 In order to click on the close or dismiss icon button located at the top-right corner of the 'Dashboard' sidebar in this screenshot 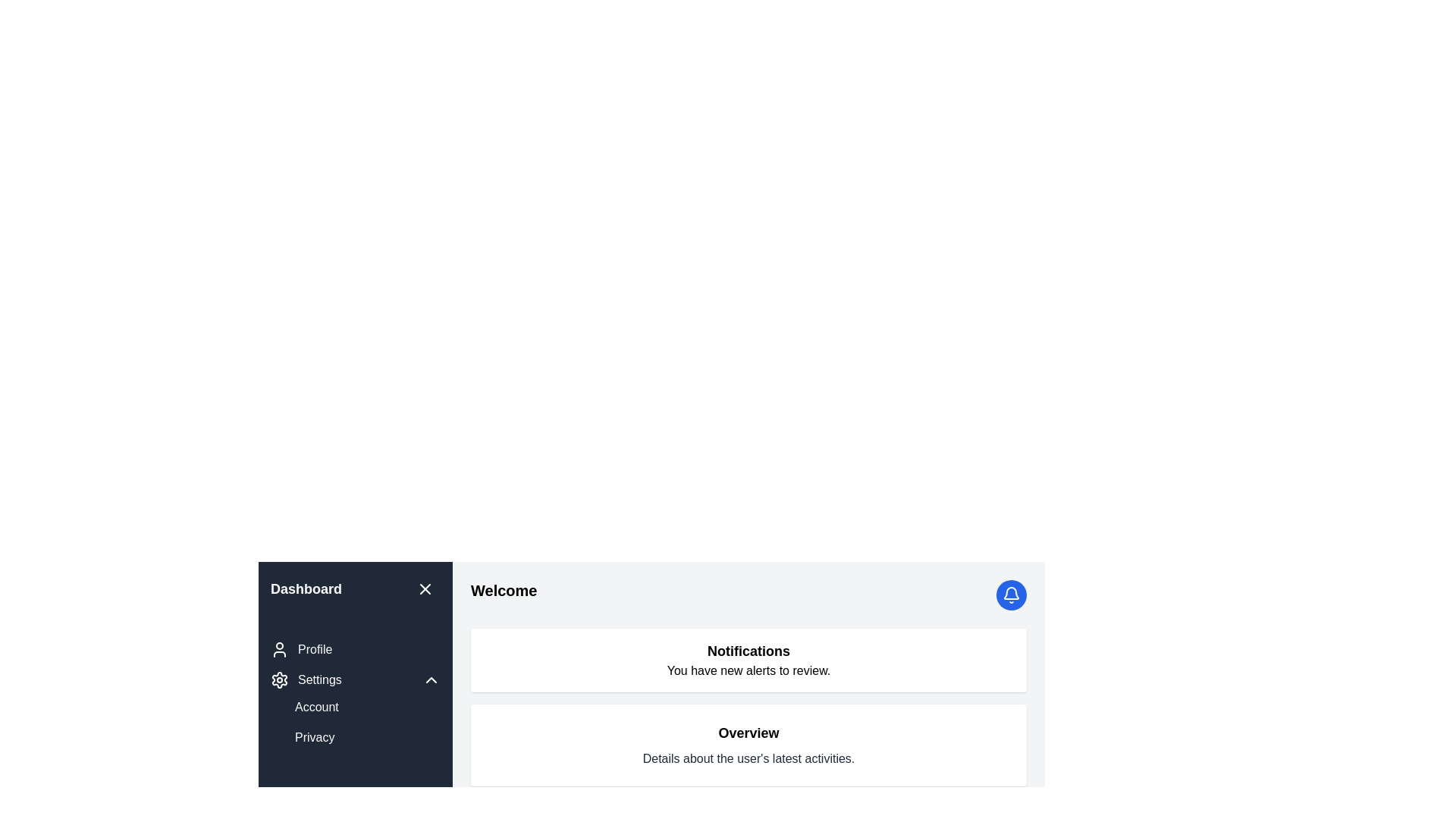, I will do `click(425, 588)`.